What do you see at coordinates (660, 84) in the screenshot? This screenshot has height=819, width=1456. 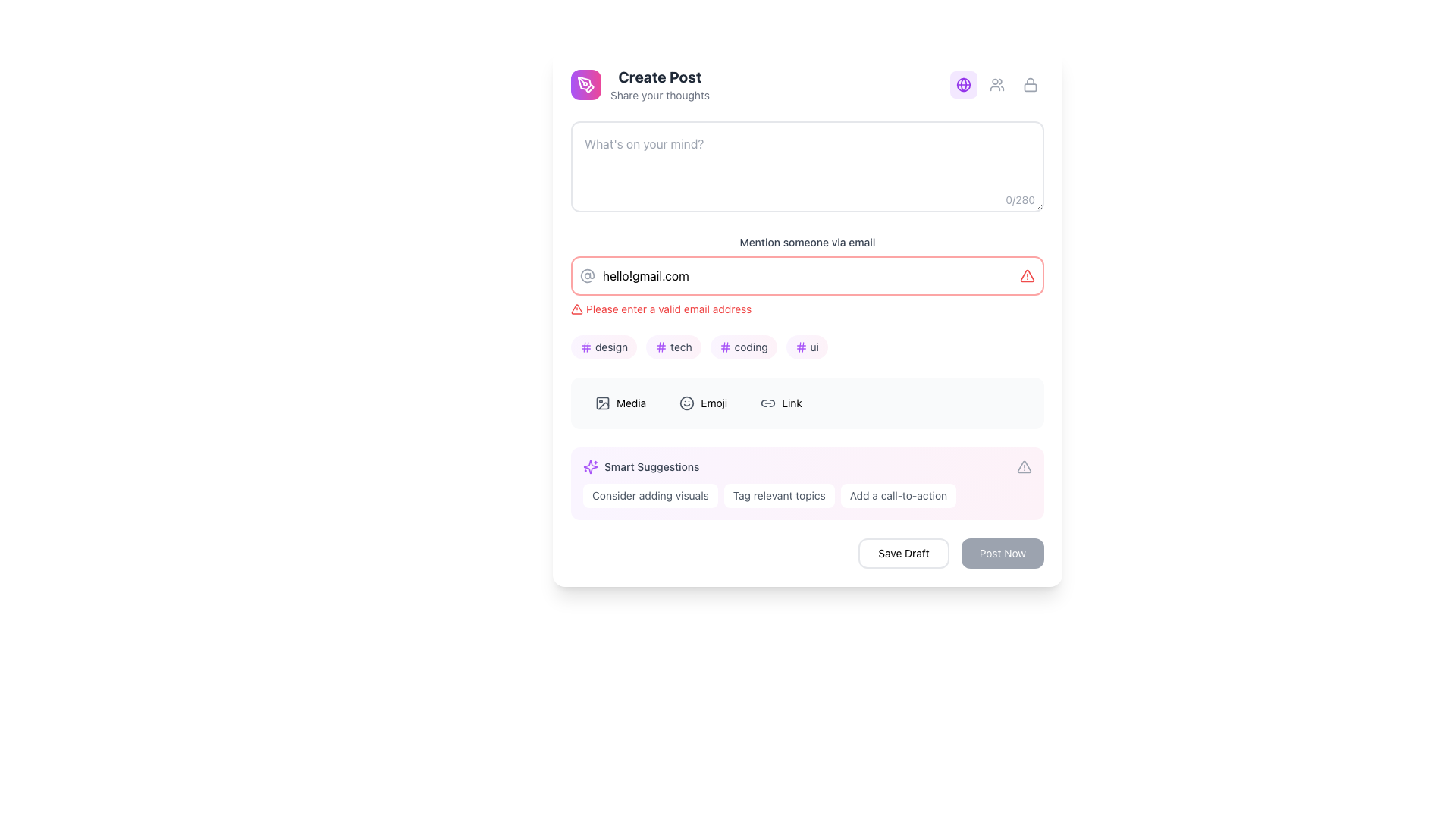 I see `the Header label that introduces the post creation section, located just to the right of a purple icon in the top-left corner of the interface` at bounding box center [660, 84].